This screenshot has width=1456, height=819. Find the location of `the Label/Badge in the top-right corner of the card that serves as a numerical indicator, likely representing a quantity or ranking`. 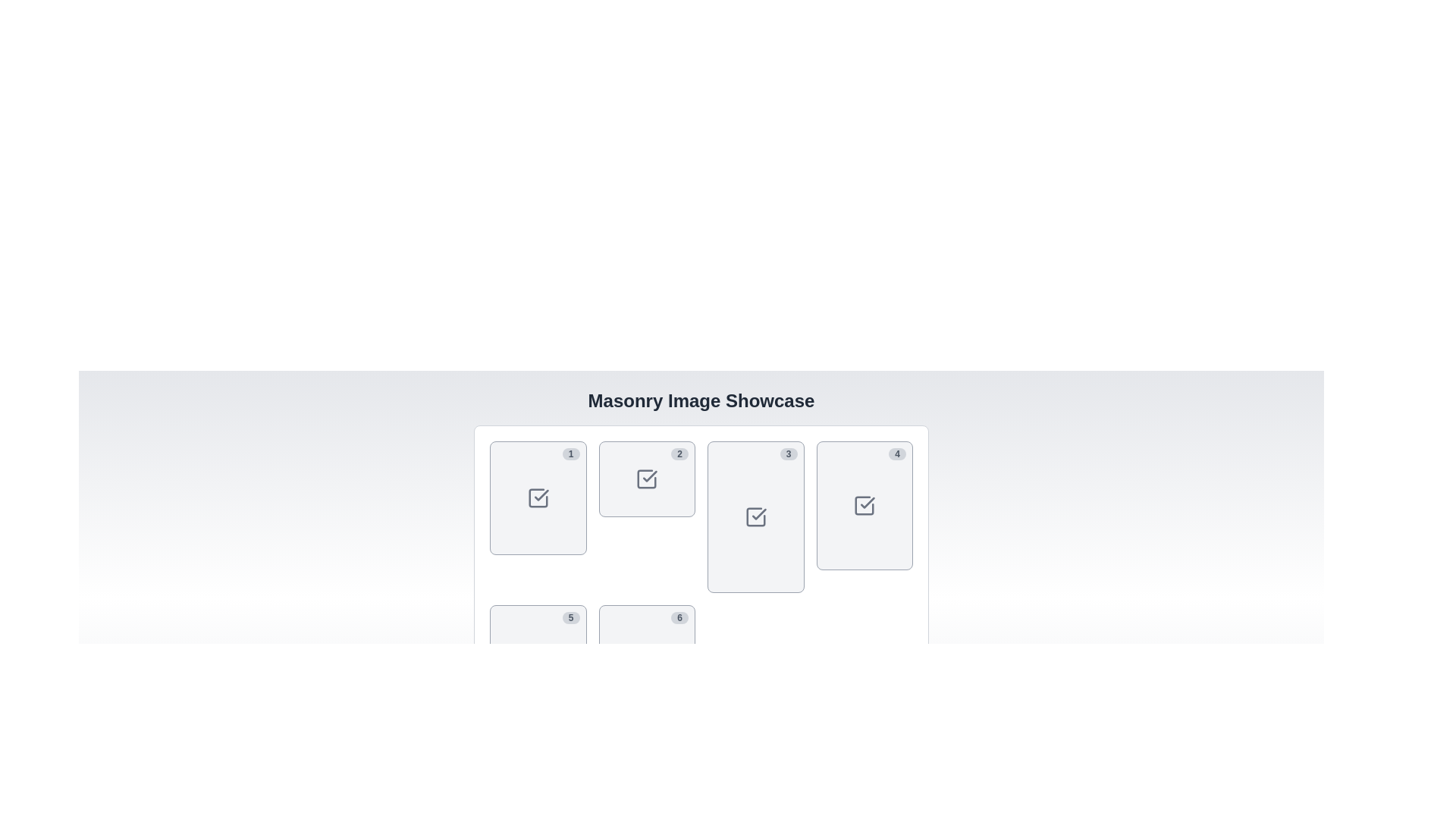

the Label/Badge in the top-right corner of the card that serves as a numerical indicator, likely representing a quantity or ranking is located at coordinates (789, 453).